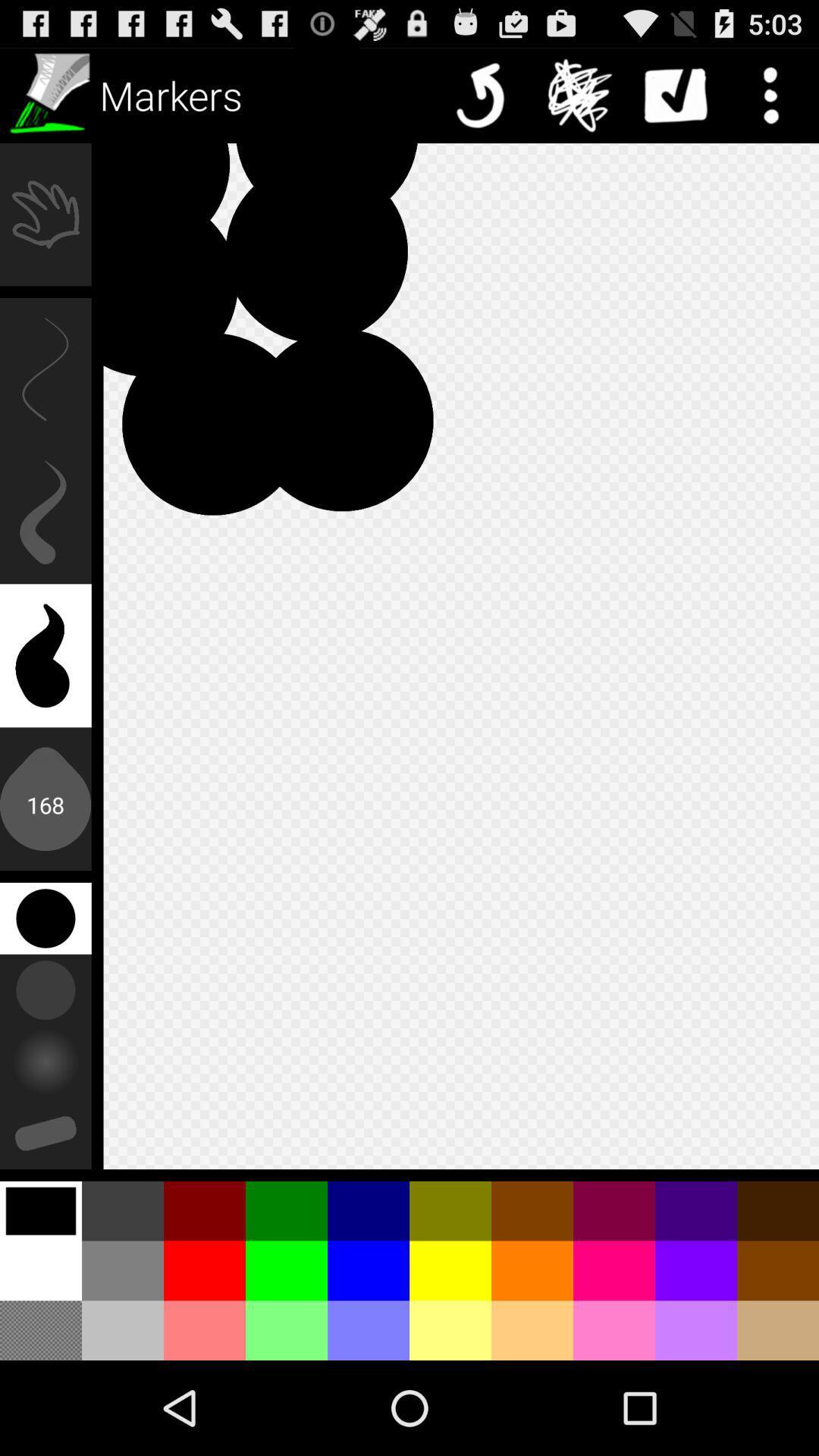 The height and width of the screenshot is (1456, 819). I want to click on the second image from right in last third row, so click(696, 1210).